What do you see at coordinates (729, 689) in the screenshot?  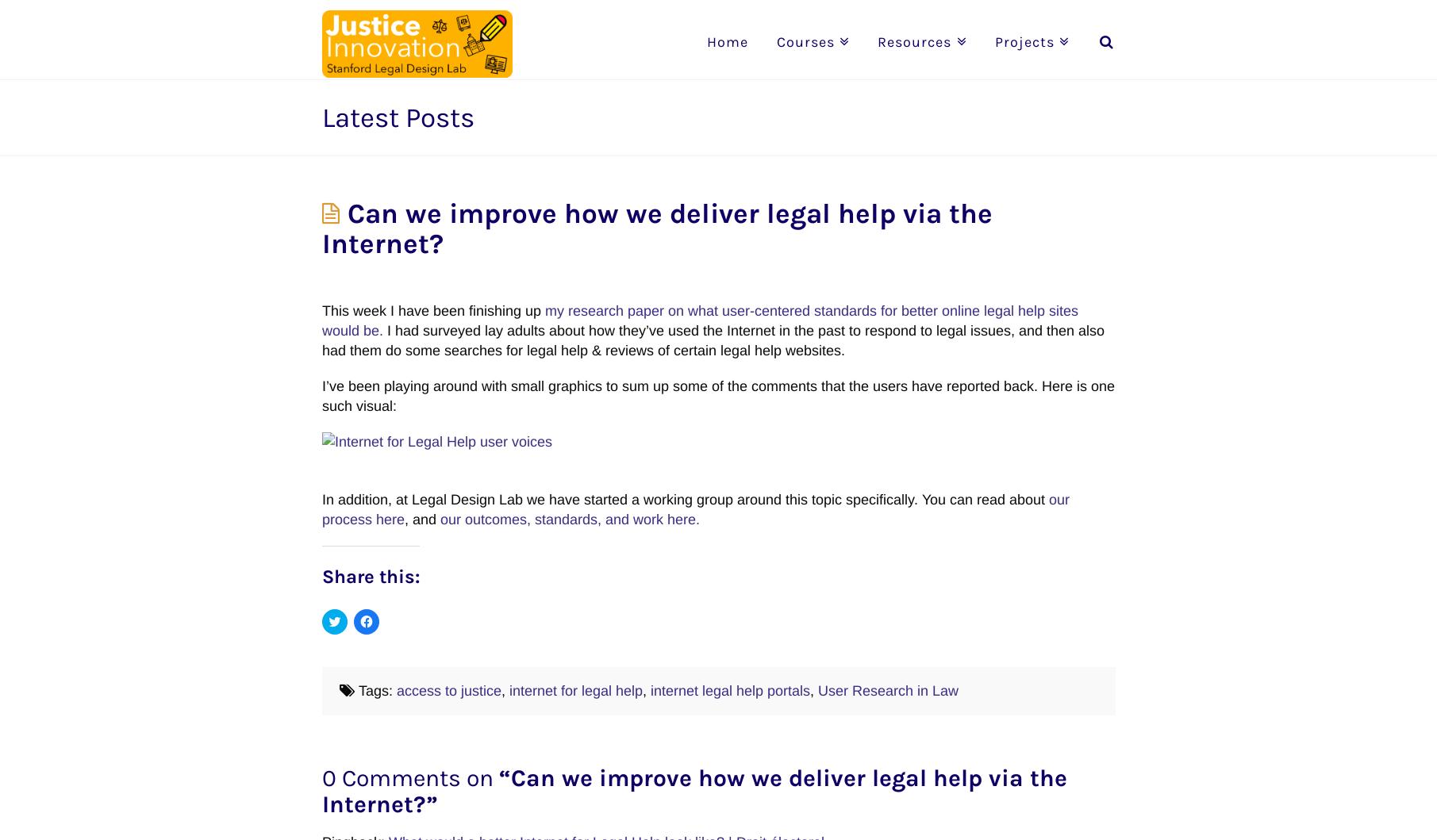 I see `'internet legal help portals'` at bounding box center [729, 689].